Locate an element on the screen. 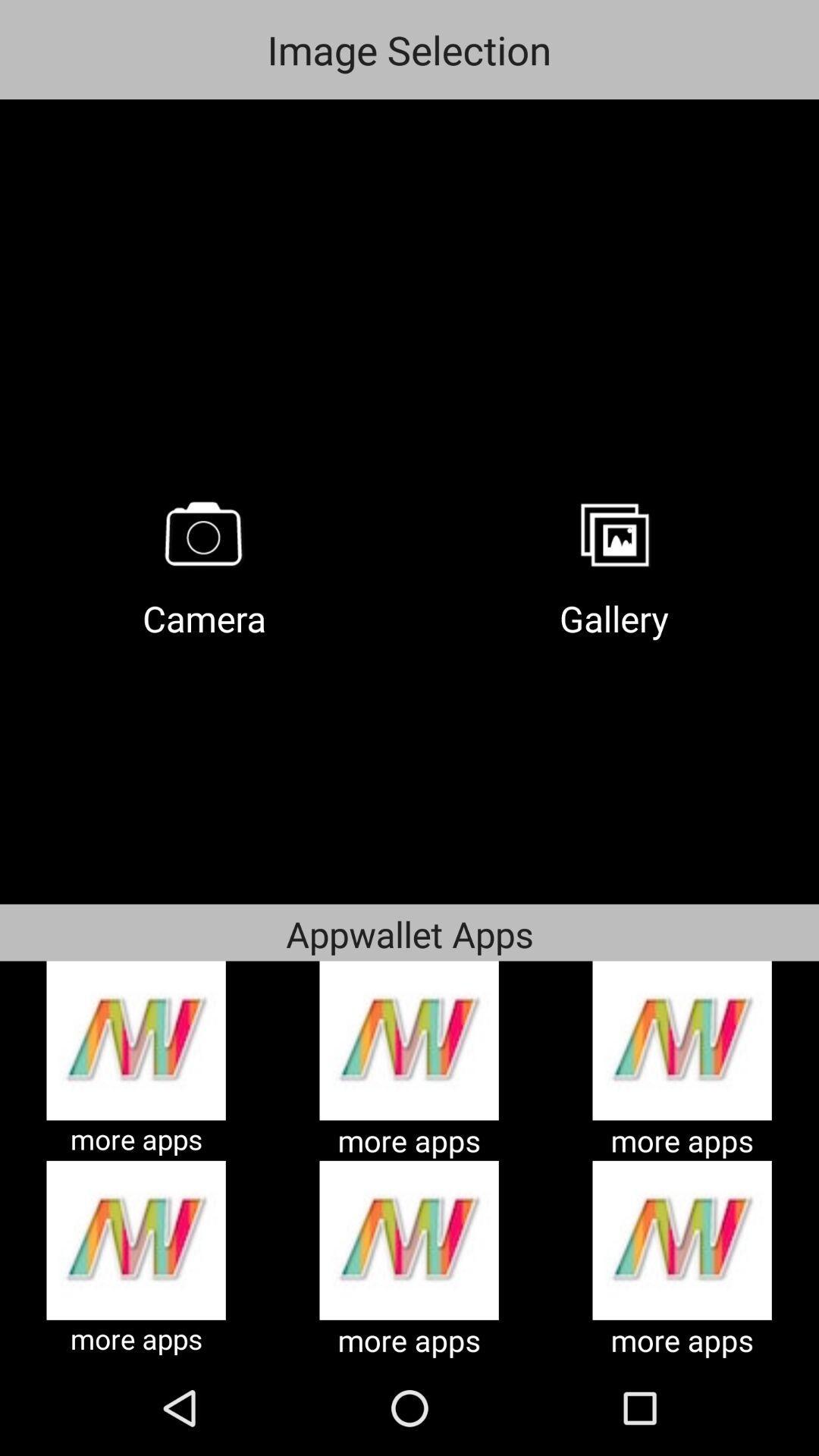 The width and height of the screenshot is (819, 1456). the wallpaper icon is located at coordinates (614, 535).